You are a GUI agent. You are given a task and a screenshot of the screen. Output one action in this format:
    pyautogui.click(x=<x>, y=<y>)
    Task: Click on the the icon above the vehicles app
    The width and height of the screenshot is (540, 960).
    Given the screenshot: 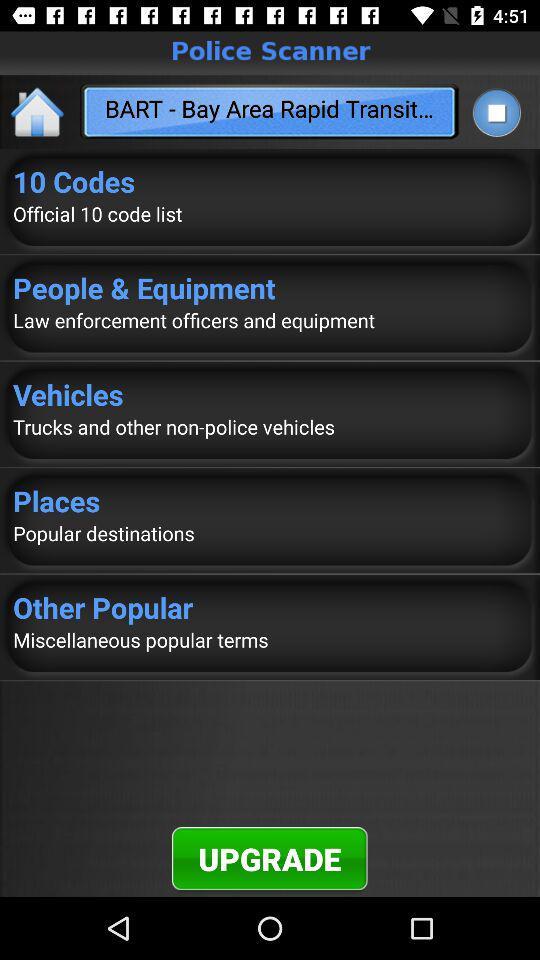 What is the action you would take?
    pyautogui.click(x=270, y=320)
    